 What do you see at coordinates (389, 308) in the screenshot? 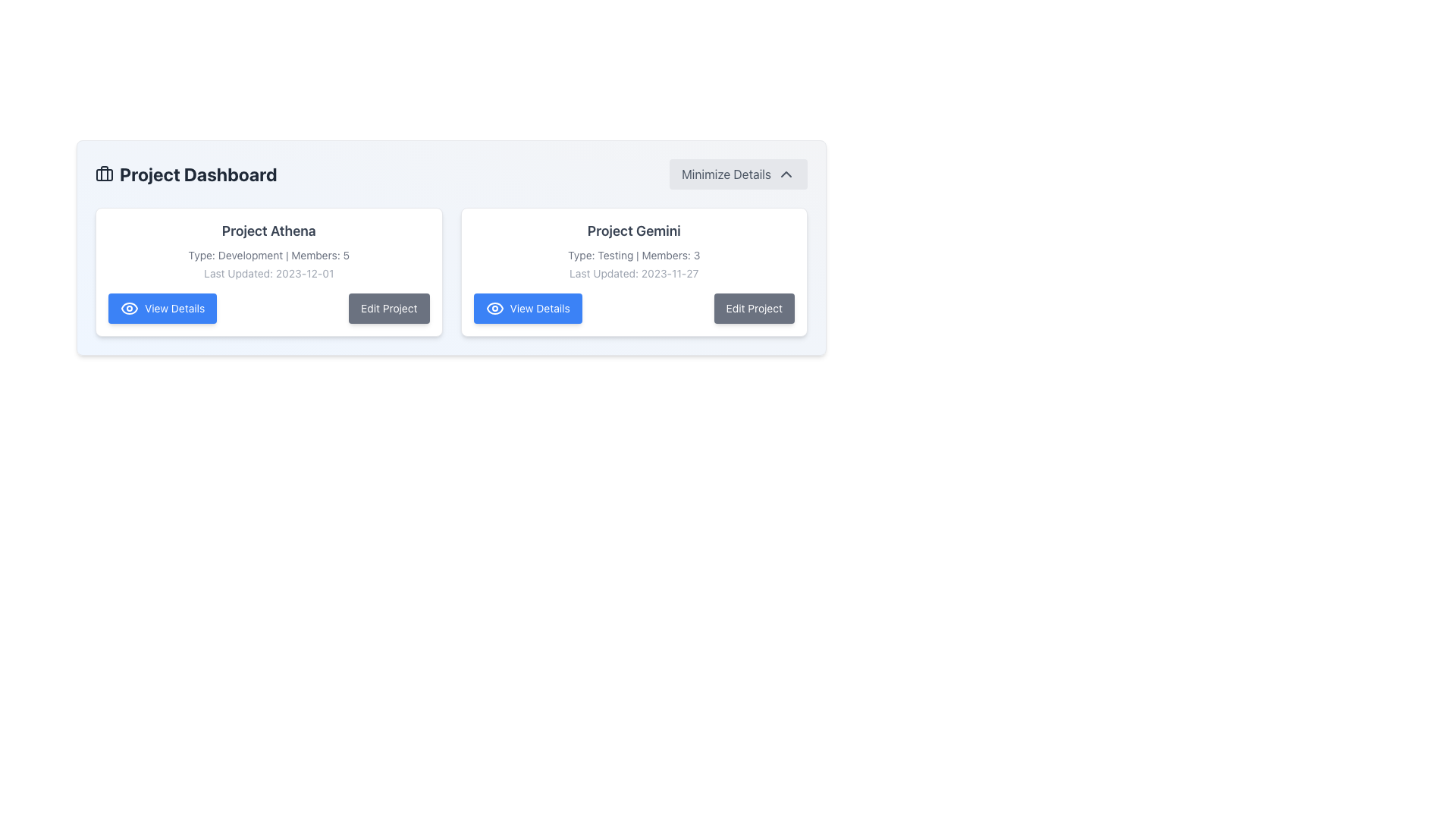
I see `the 'Edit Project' button, which has a rounded gray background and white text, to initiate the edit action` at bounding box center [389, 308].